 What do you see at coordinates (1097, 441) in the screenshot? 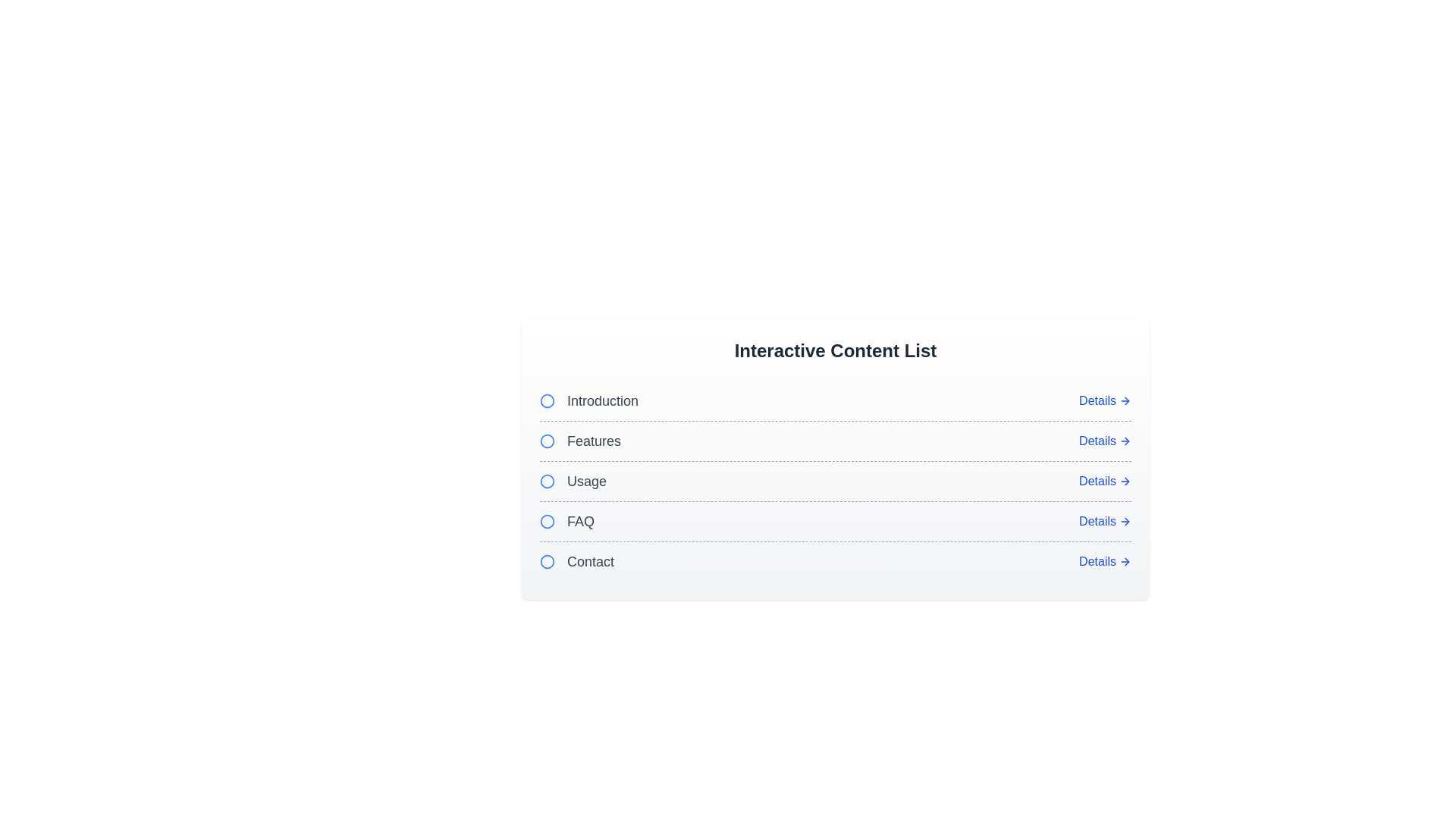
I see `the 'Details' text link, which is styled in blue and located at the end of the fourth row, following the label 'FAQ'` at bounding box center [1097, 441].